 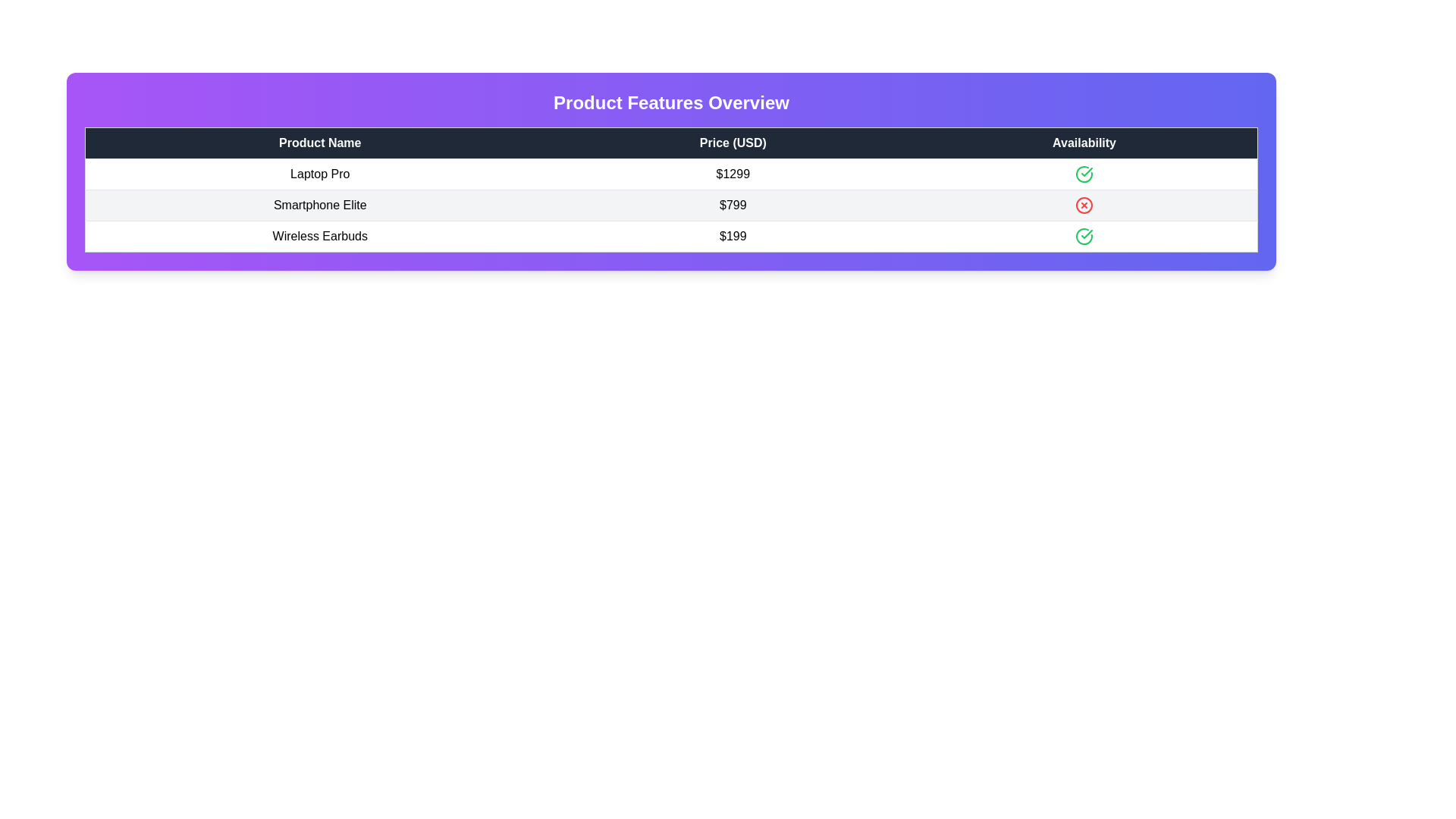 I want to click on the availability status icon for the 'Laptop Pro' product, which indicates a positive status in the first row of the availability category, so click(x=1084, y=174).